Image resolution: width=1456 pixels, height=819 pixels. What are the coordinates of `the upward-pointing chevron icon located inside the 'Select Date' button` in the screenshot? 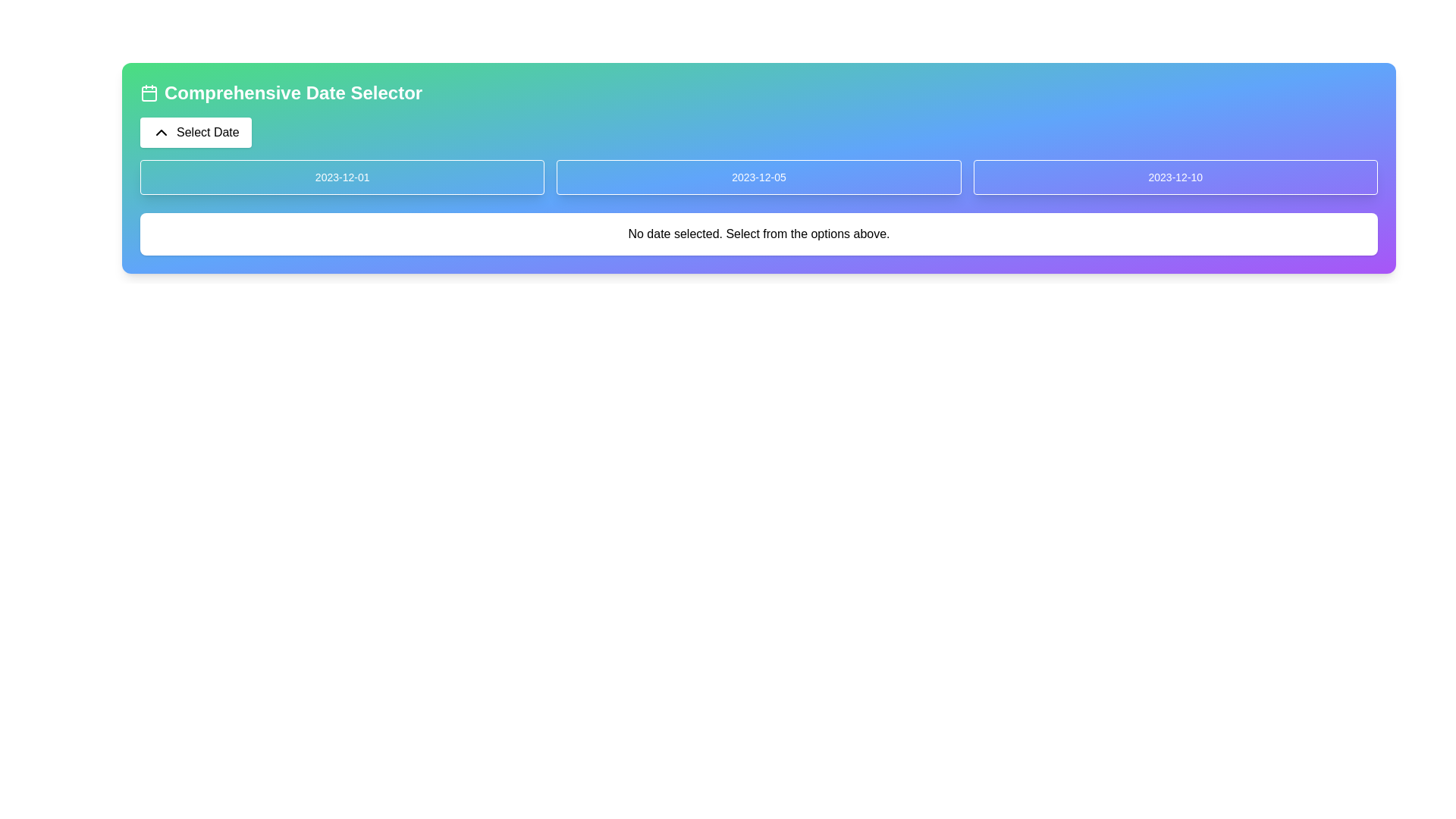 It's located at (161, 131).